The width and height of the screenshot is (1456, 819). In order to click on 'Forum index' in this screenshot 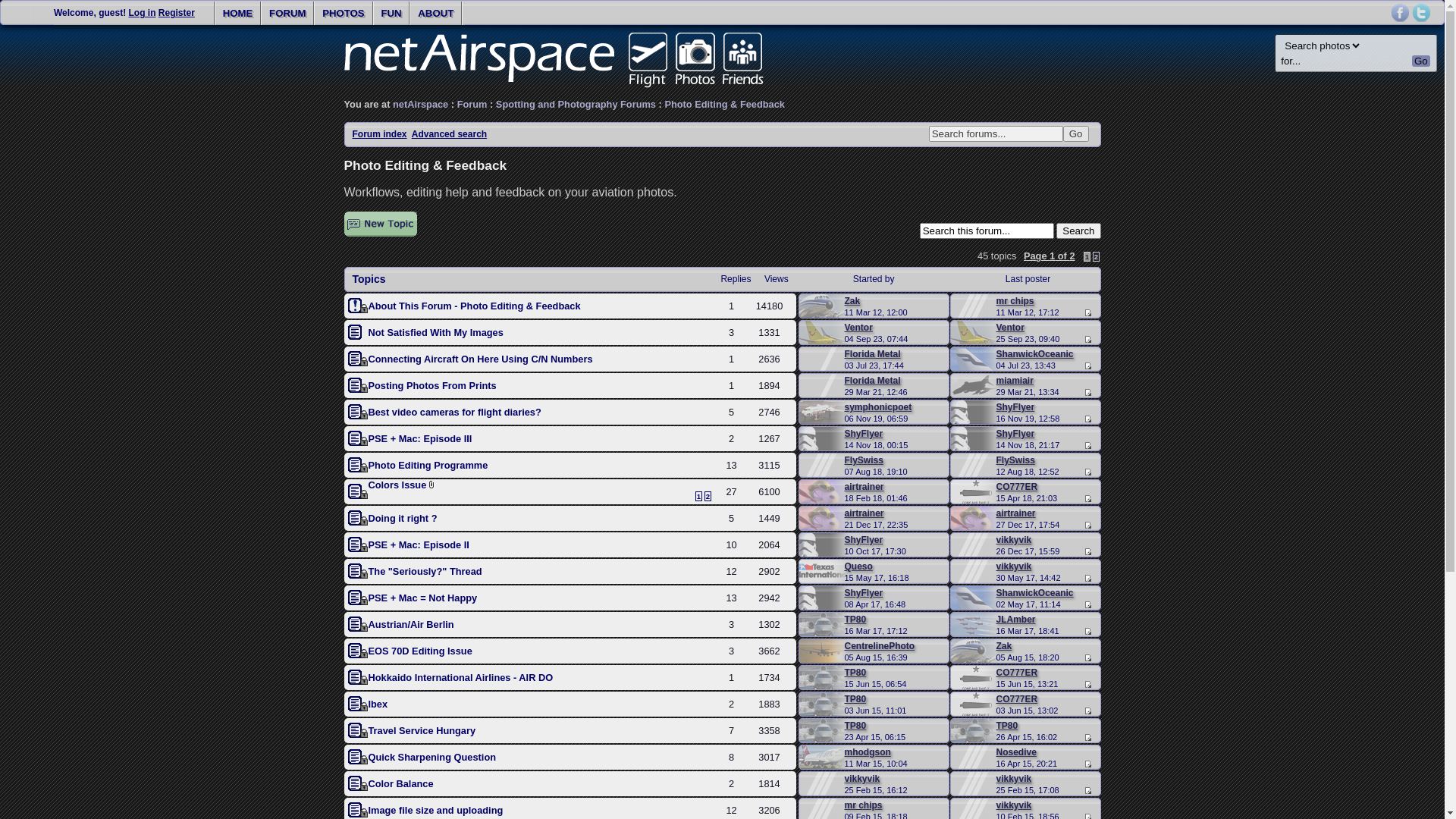, I will do `click(378, 133)`.